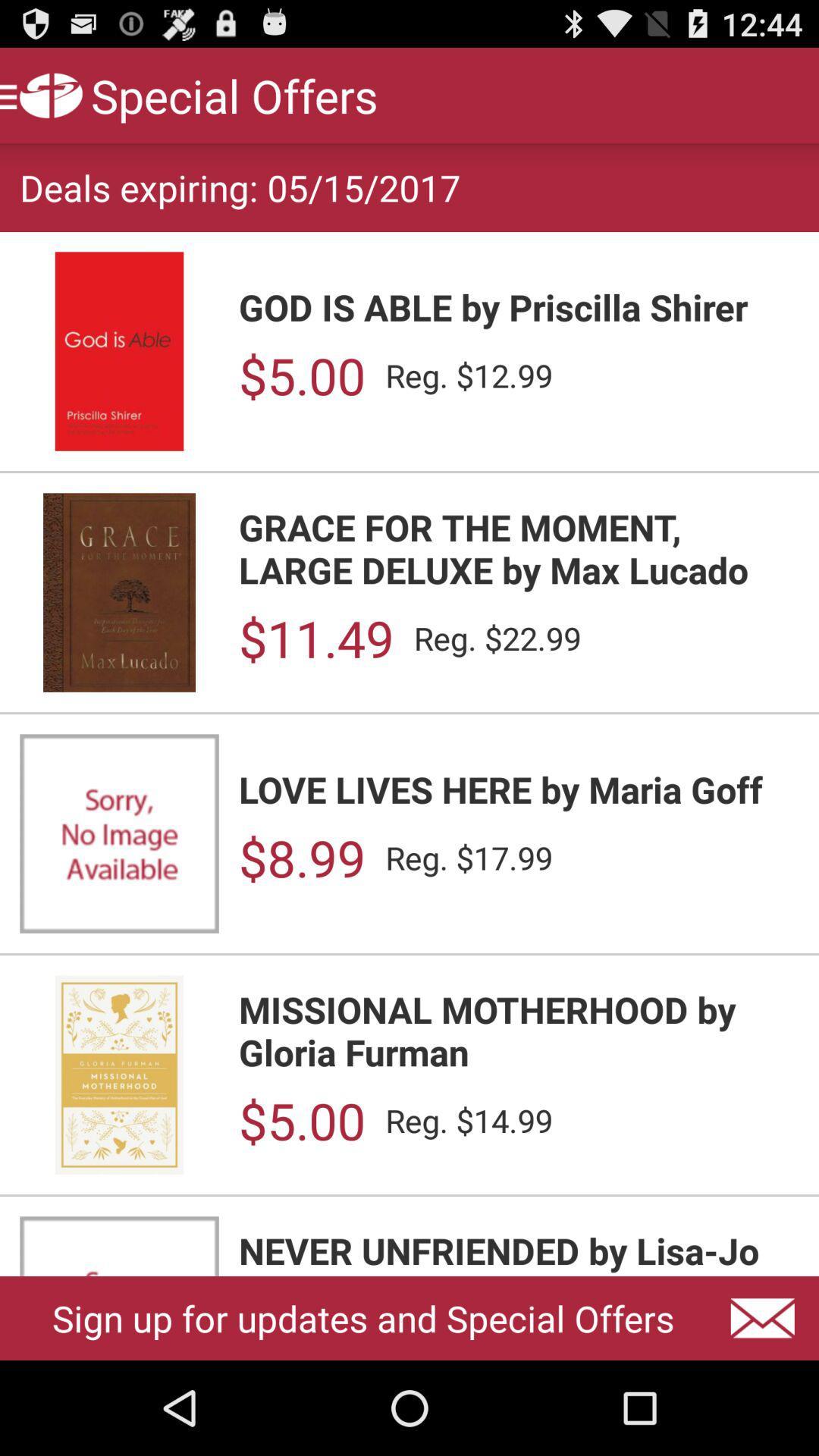 The height and width of the screenshot is (1456, 819). I want to click on never unfriended by app, so click(518, 1251).